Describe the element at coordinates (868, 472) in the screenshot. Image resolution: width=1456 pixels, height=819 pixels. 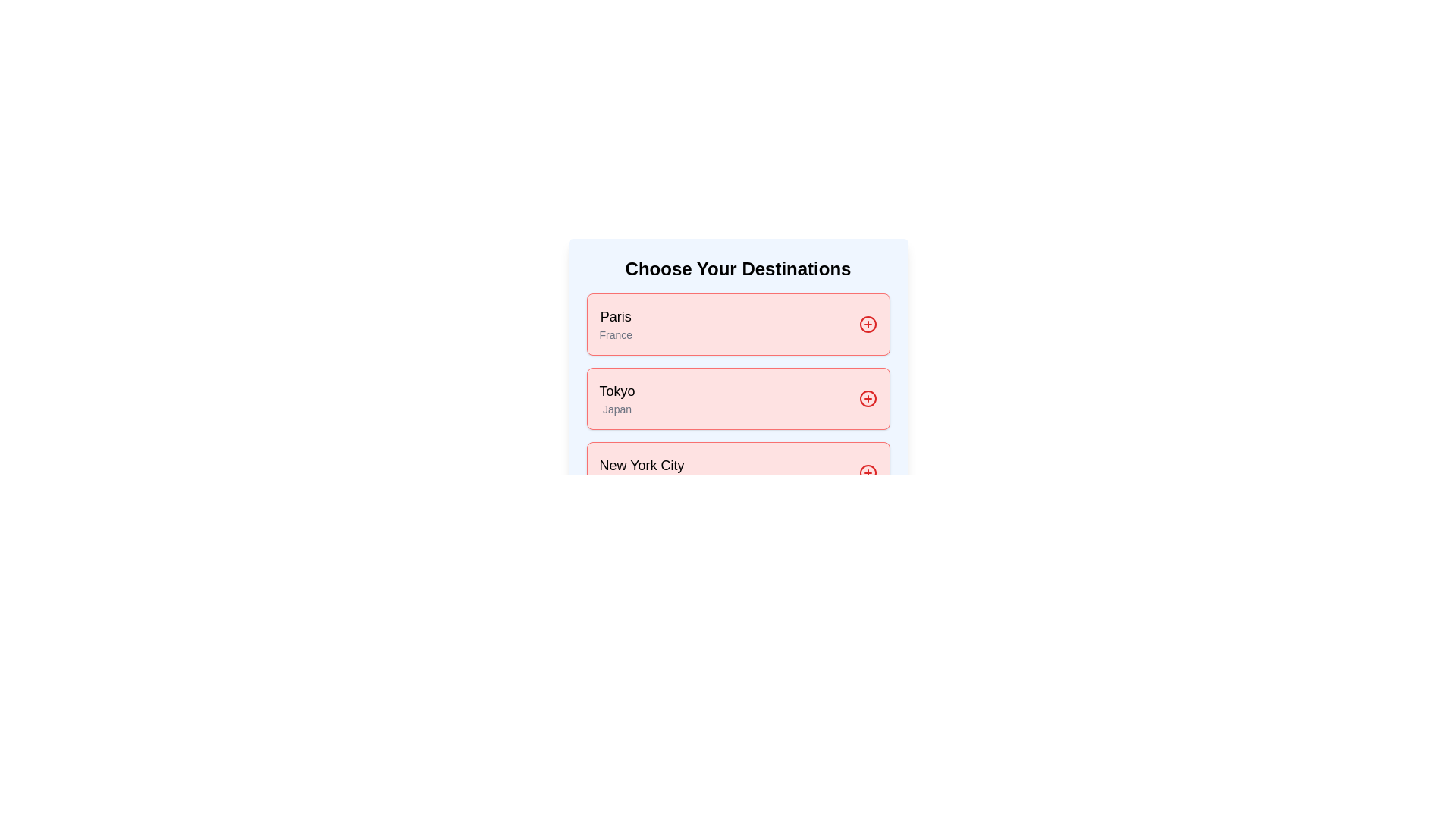
I see `the button to add 'New York City' to the list of destinations, located in the far-right corner of the 'Choose Your Destinations' panel` at that location.